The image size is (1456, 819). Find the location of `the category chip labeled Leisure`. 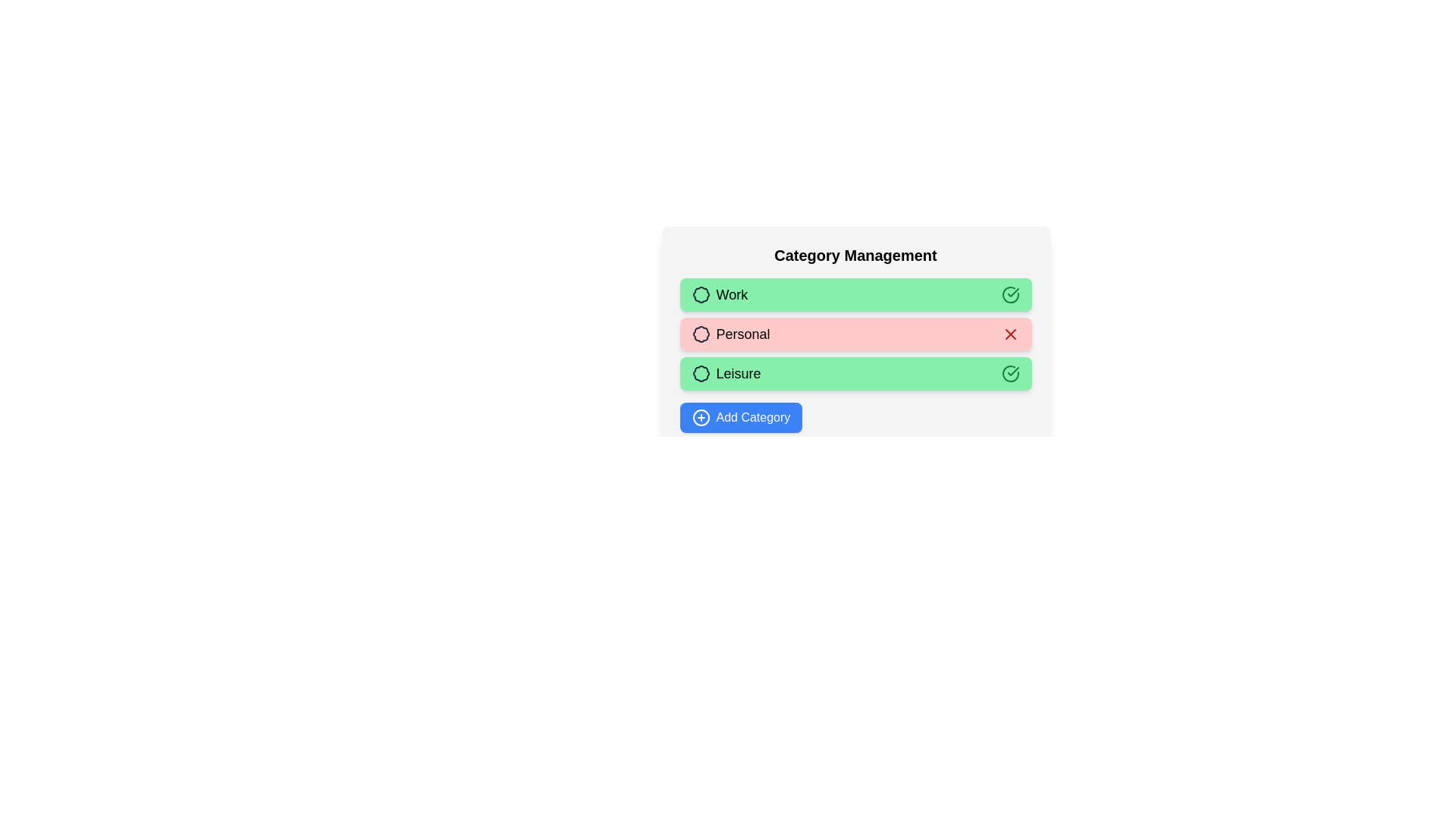

the category chip labeled Leisure is located at coordinates (855, 374).